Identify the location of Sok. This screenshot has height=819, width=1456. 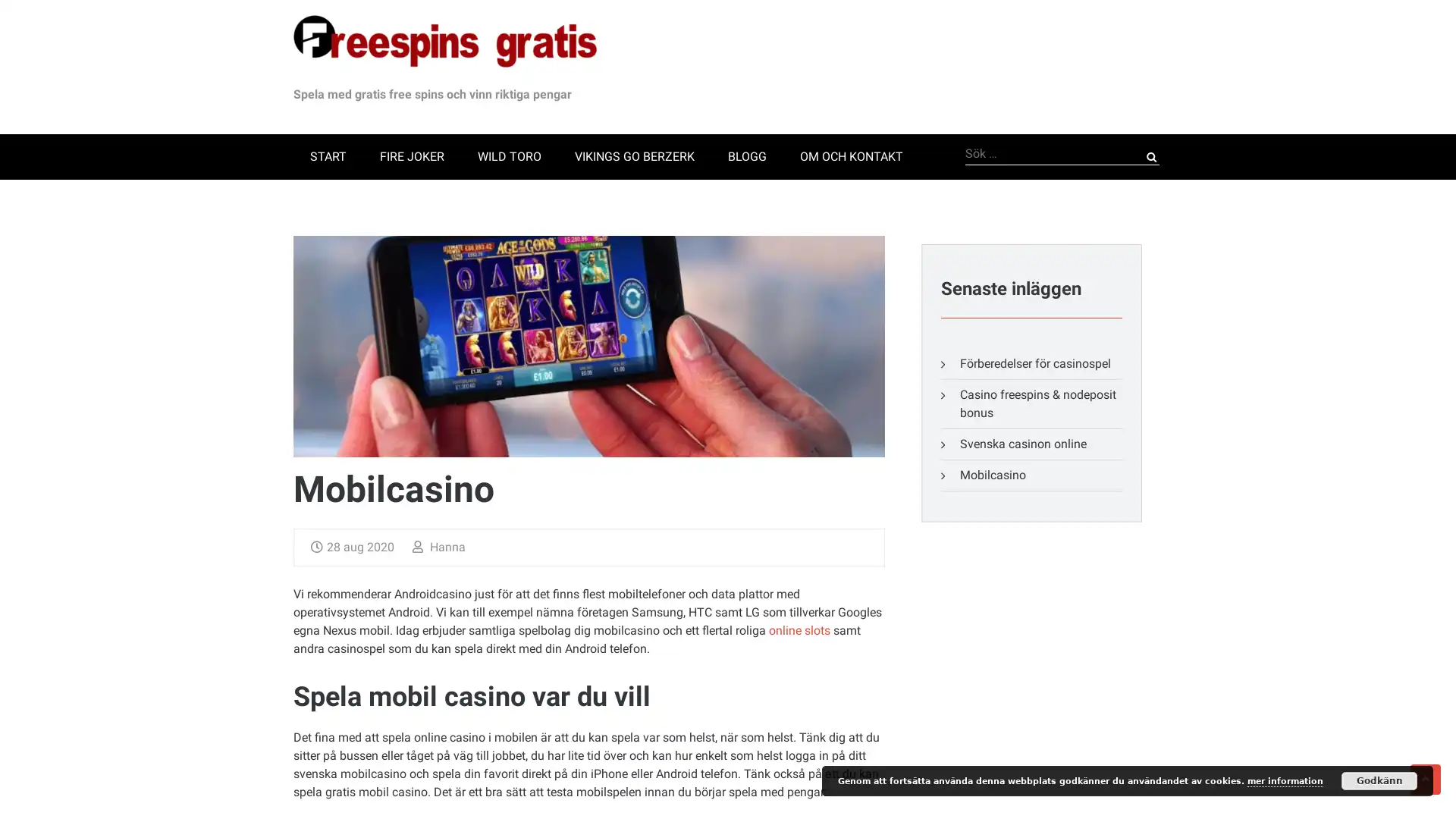
(1146, 158).